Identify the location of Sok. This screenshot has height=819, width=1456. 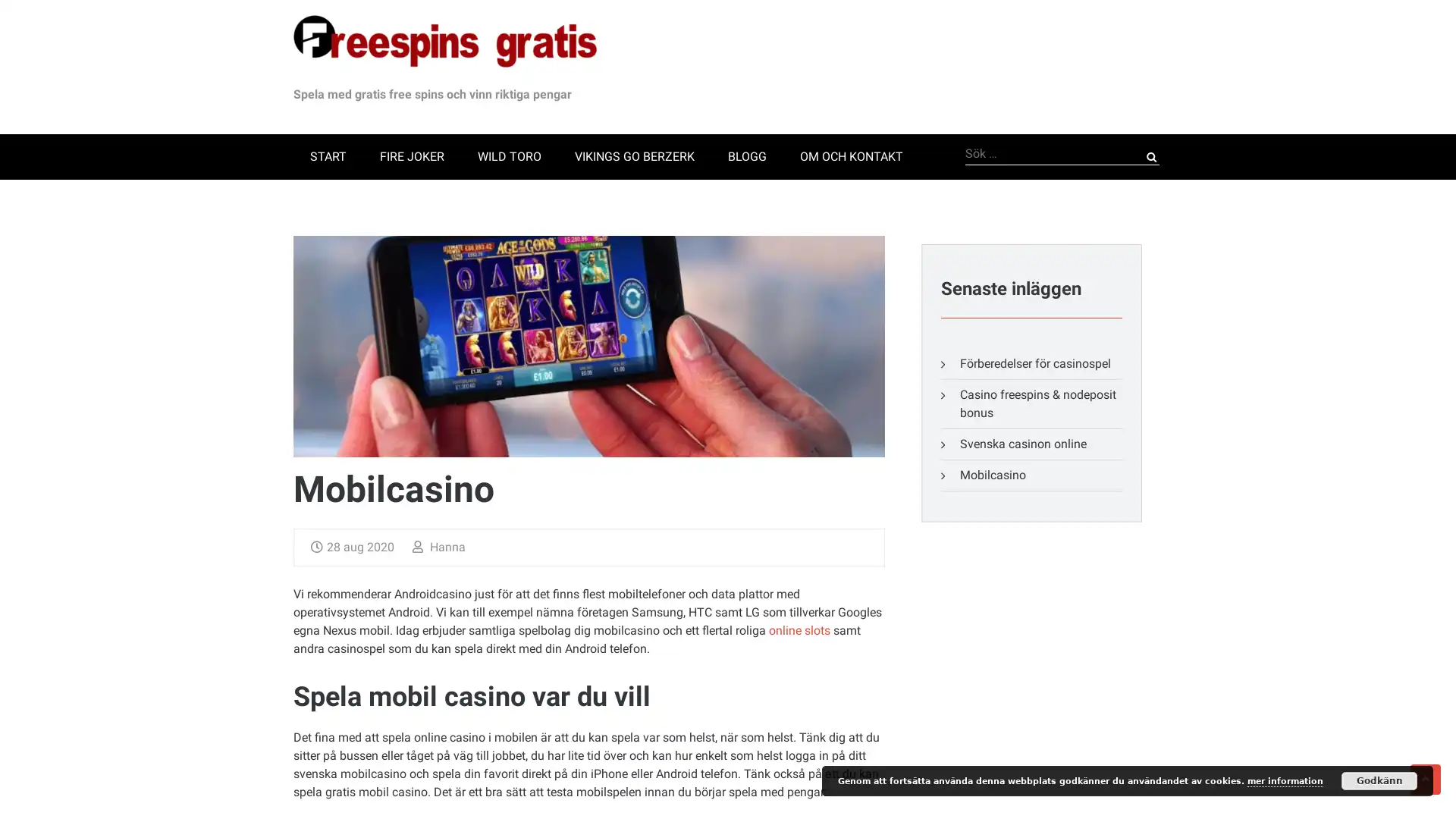
(1146, 158).